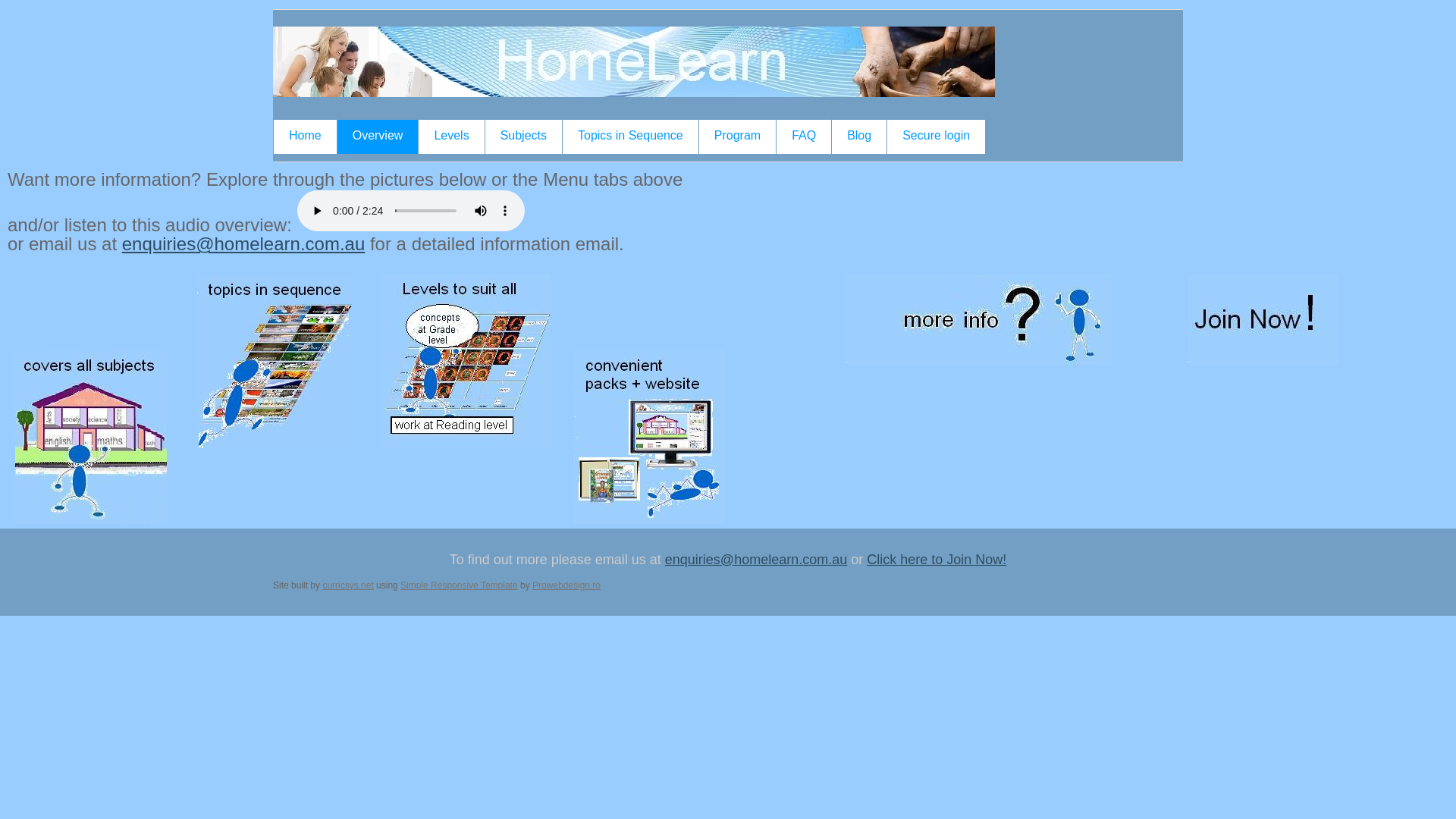 The width and height of the screenshot is (1456, 819). What do you see at coordinates (776, 136) in the screenshot?
I see `'FAQ'` at bounding box center [776, 136].